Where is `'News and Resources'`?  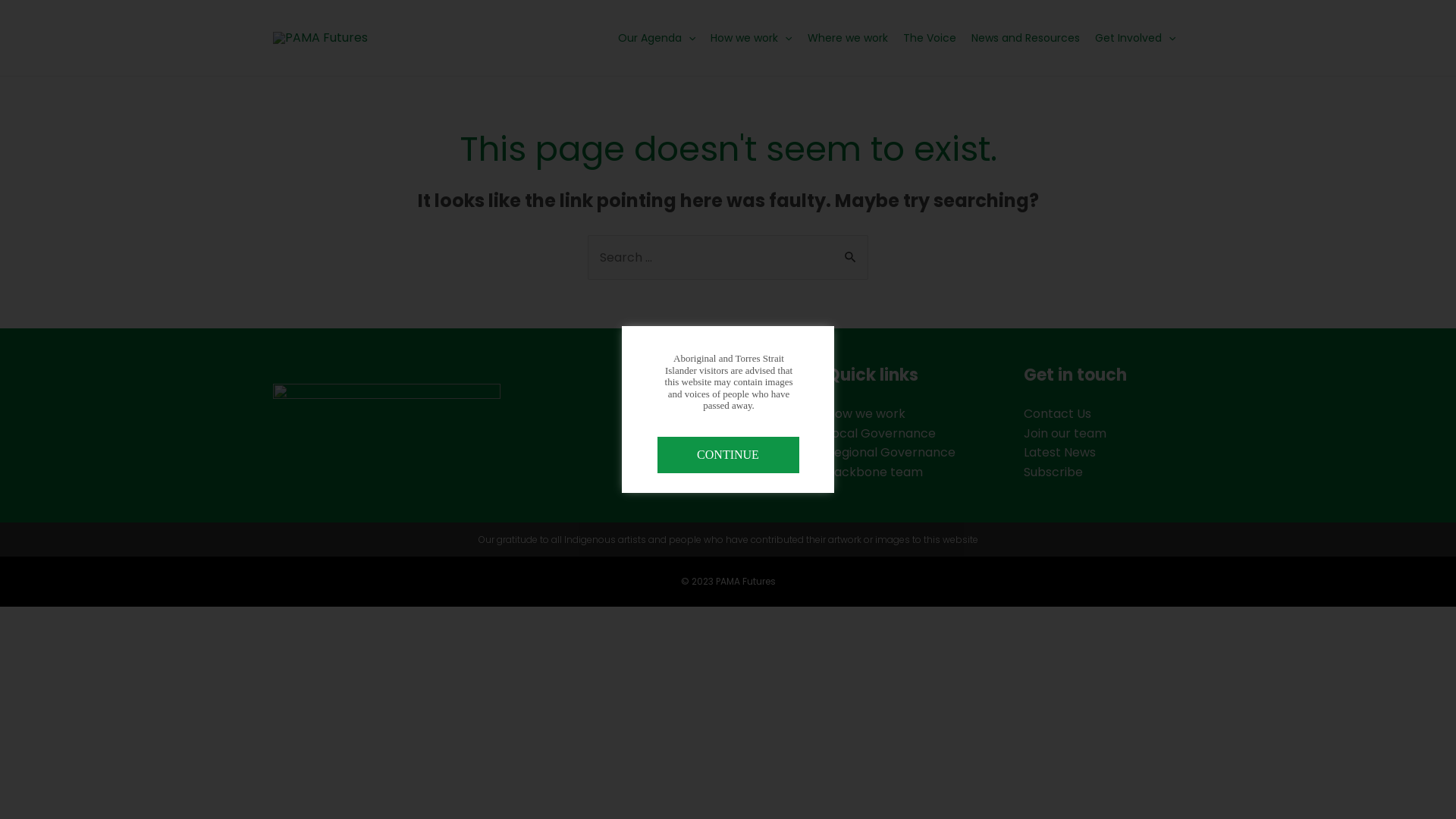 'News and Resources' is located at coordinates (1025, 37).